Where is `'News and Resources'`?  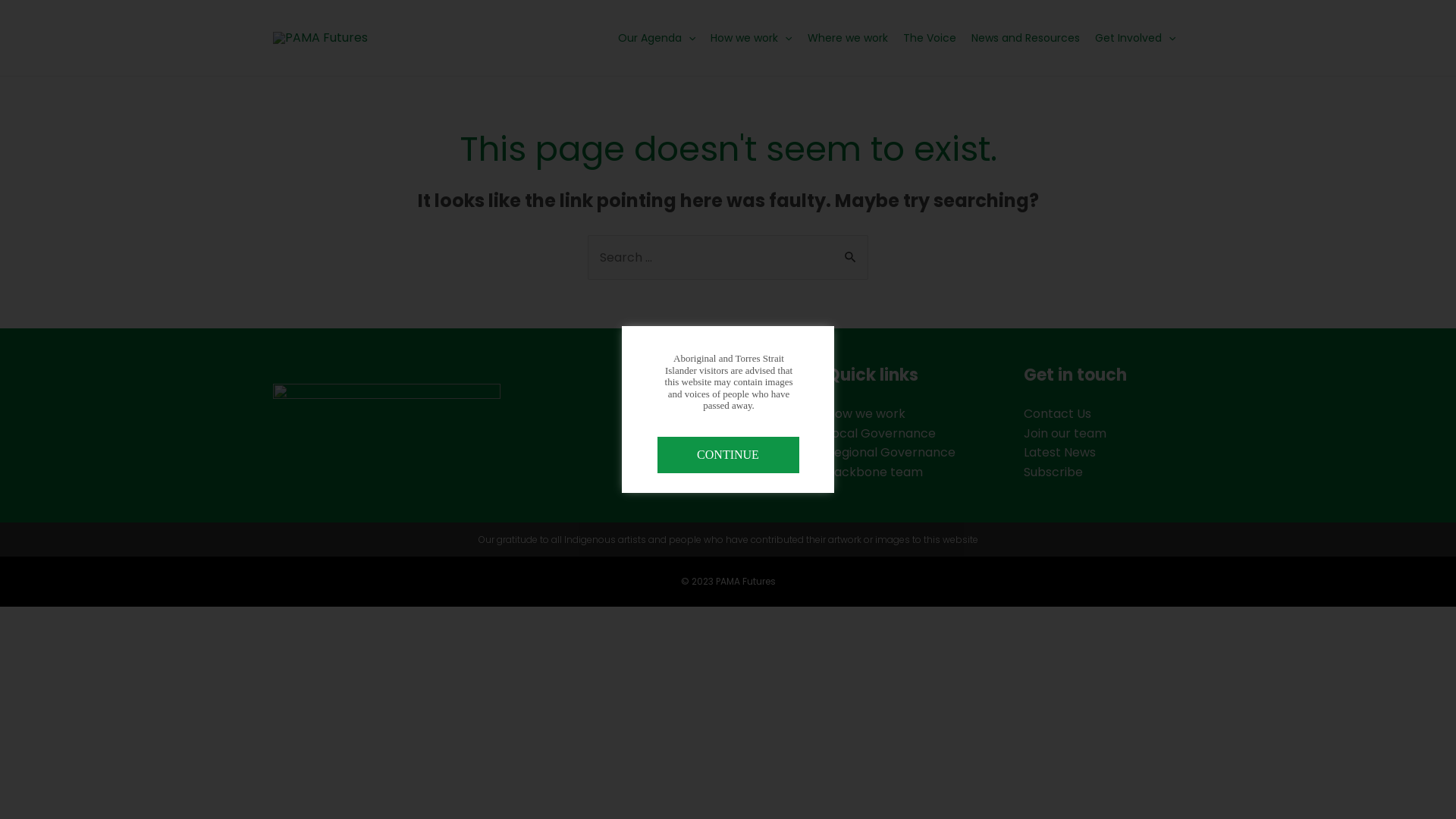 'News and Resources' is located at coordinates (1025, 37).